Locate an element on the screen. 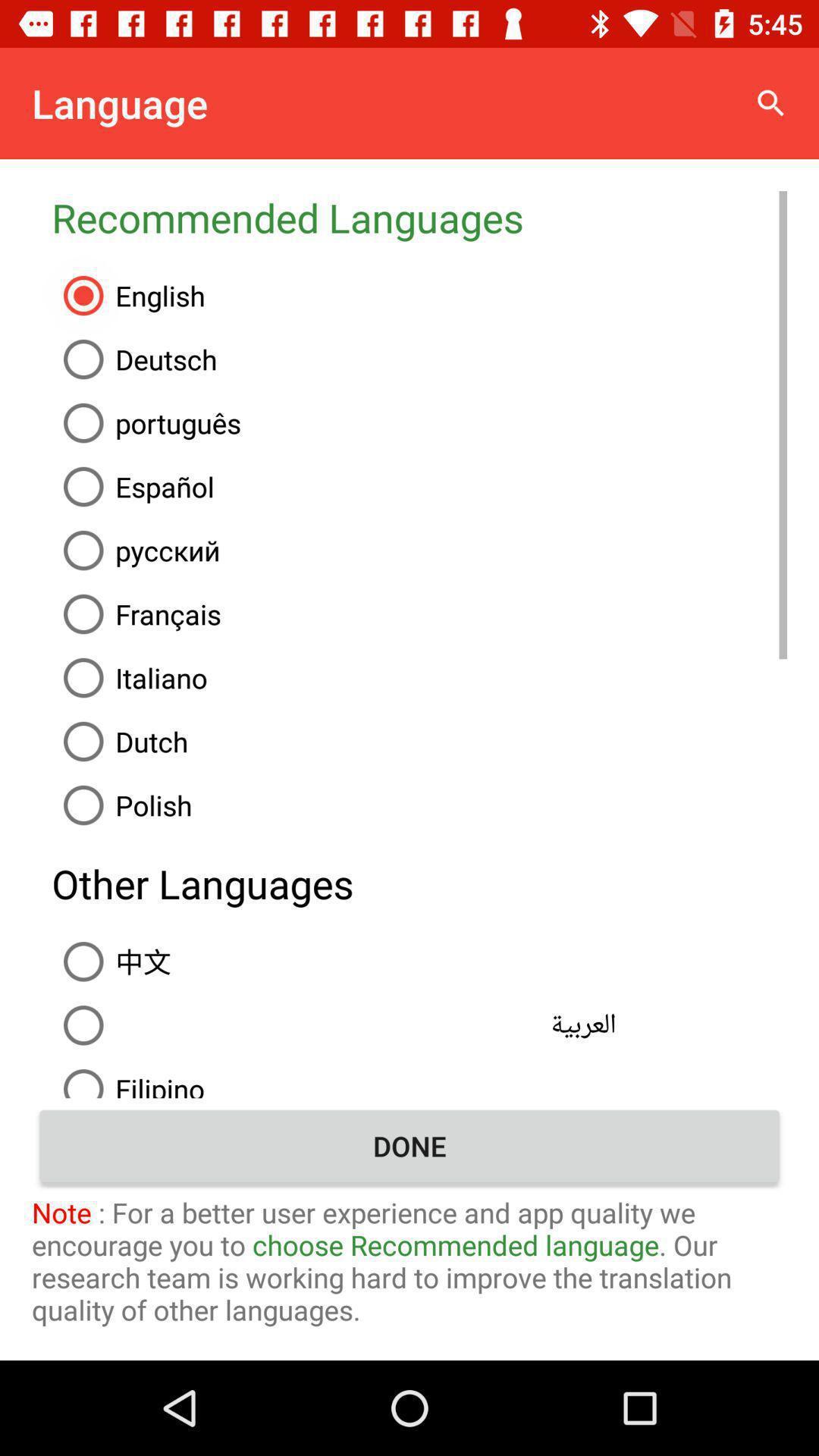  icon above the polish is located at coordinates (419, 742).